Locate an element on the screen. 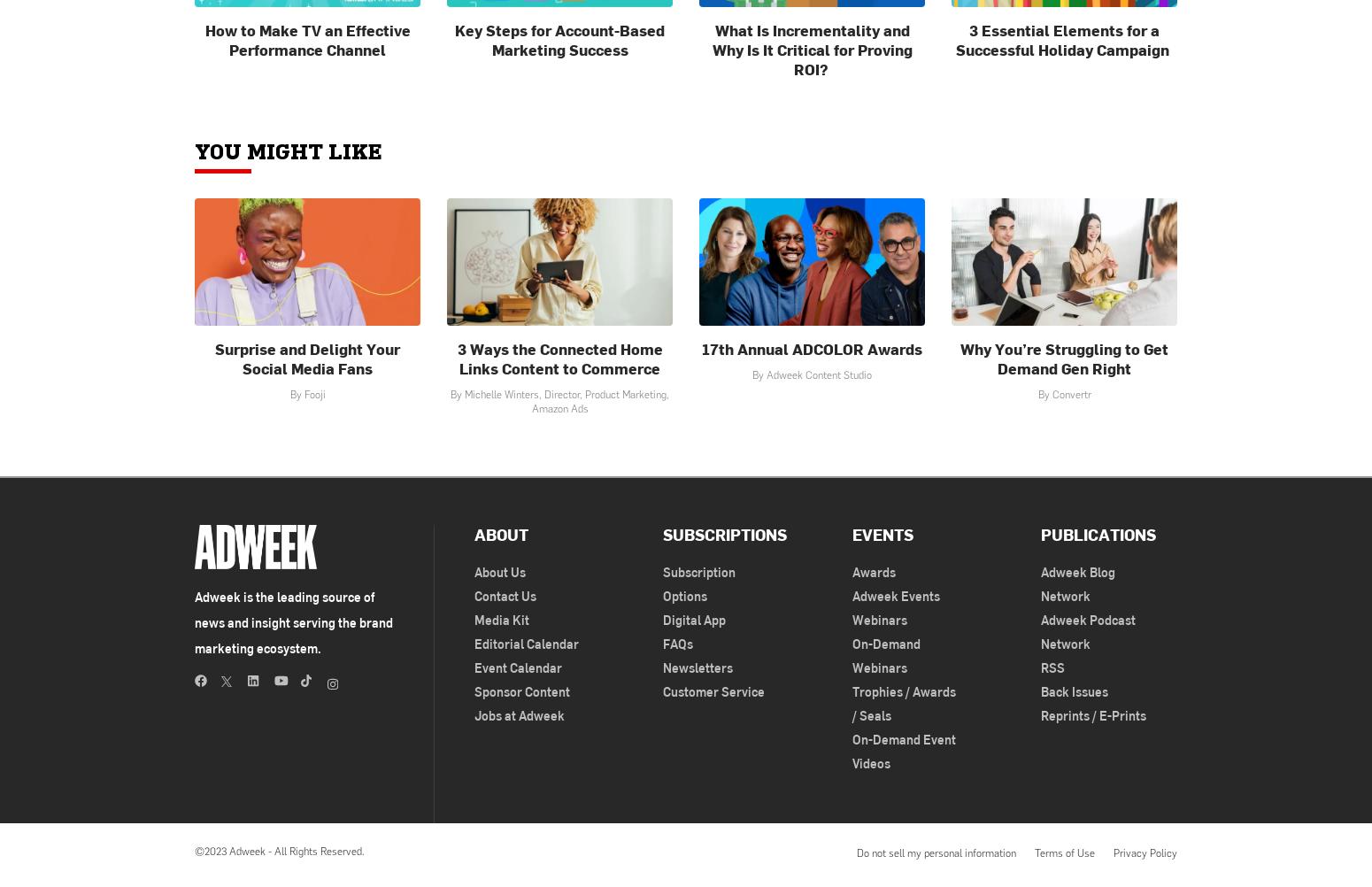  'Event Calendar' is located at coordinates (518, 666).